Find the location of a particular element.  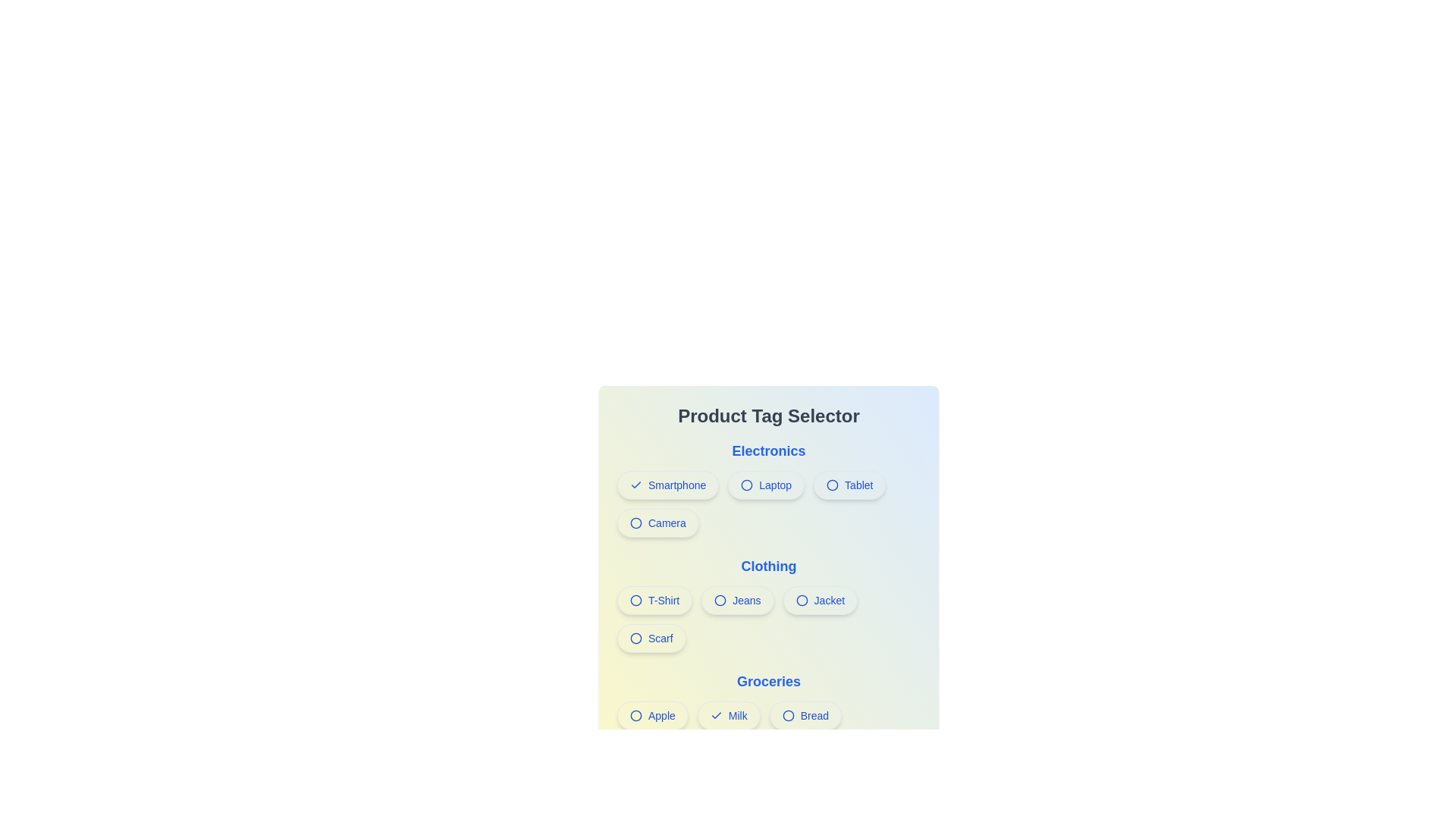

the circular SVG icon styled to resemble a simple outline, which is part of the 'Camera' tag within the 'Electronics' section of the 'Product Tag Selector' interface is located at coordinates (636, 522).